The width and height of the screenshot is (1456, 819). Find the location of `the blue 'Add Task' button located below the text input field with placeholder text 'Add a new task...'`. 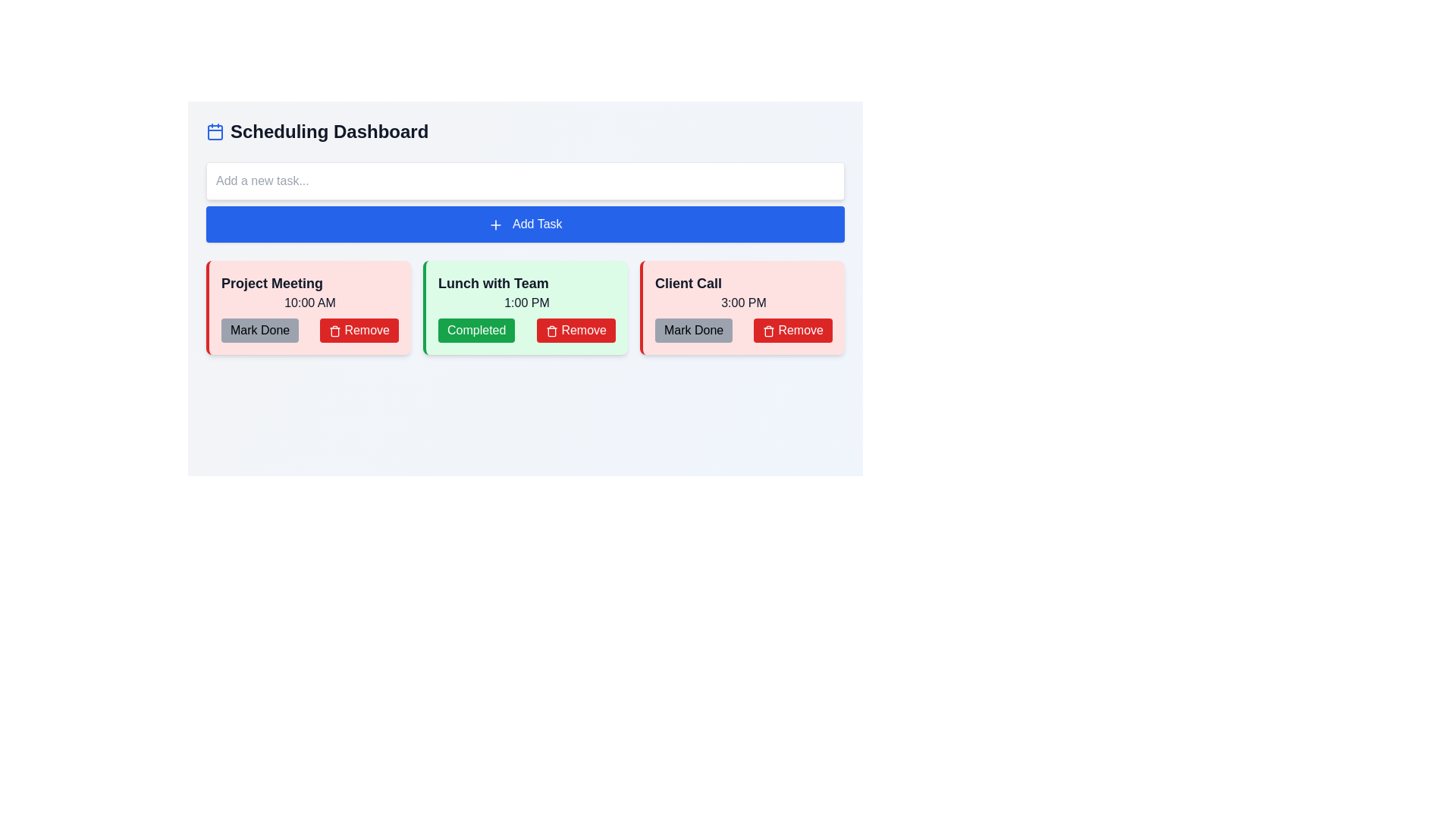

the blue 'Add Task' button located below the text input field with placeholder text 'Add a new task...' is located at coordinates (525, 201).